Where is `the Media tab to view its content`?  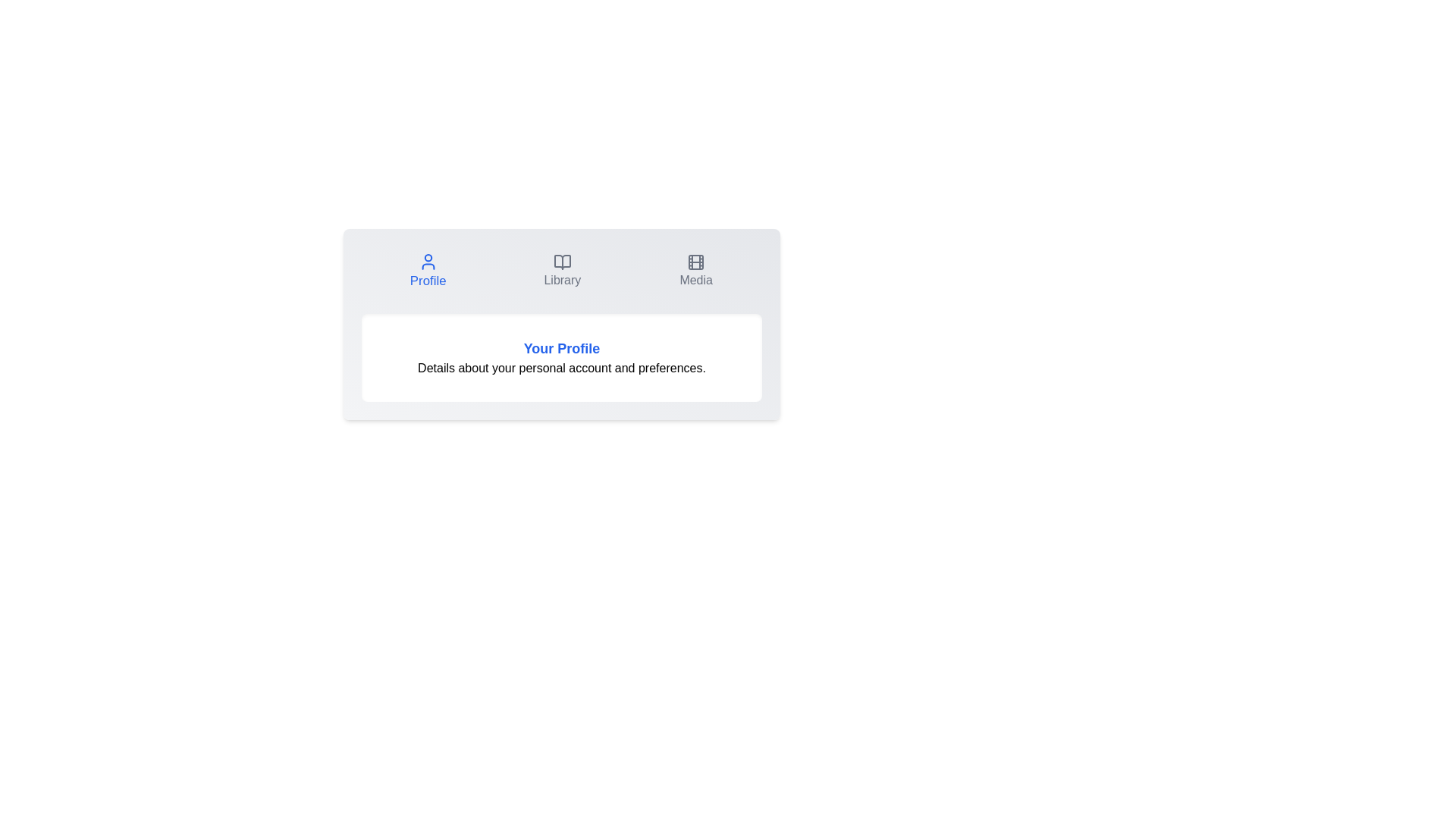 the Media tab to view its content is located at coordinates (695, 271).